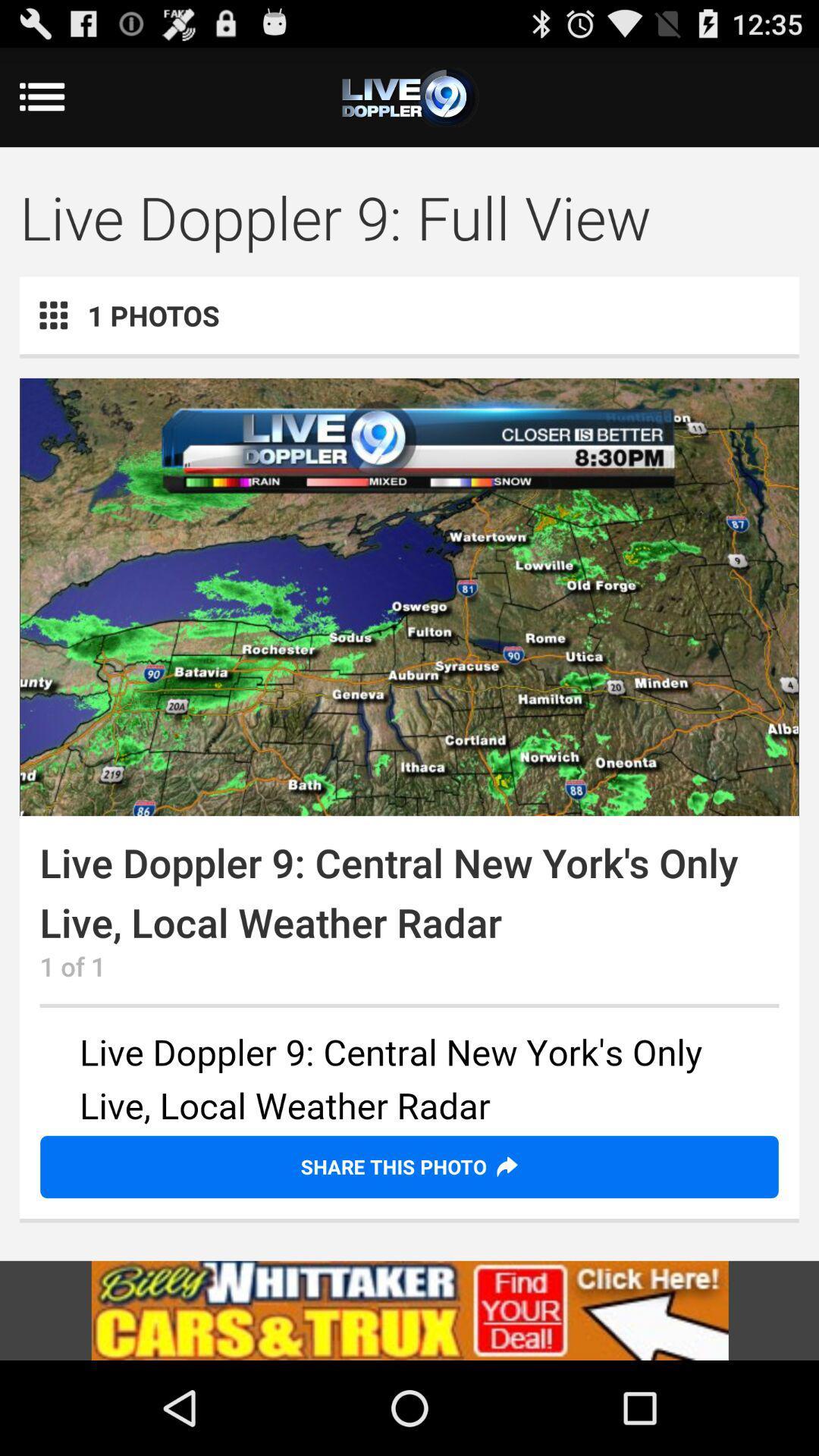  What do you see at coordinates (409, 596) in the screenshot?
I see `color print` at bounding box center [409, 596].